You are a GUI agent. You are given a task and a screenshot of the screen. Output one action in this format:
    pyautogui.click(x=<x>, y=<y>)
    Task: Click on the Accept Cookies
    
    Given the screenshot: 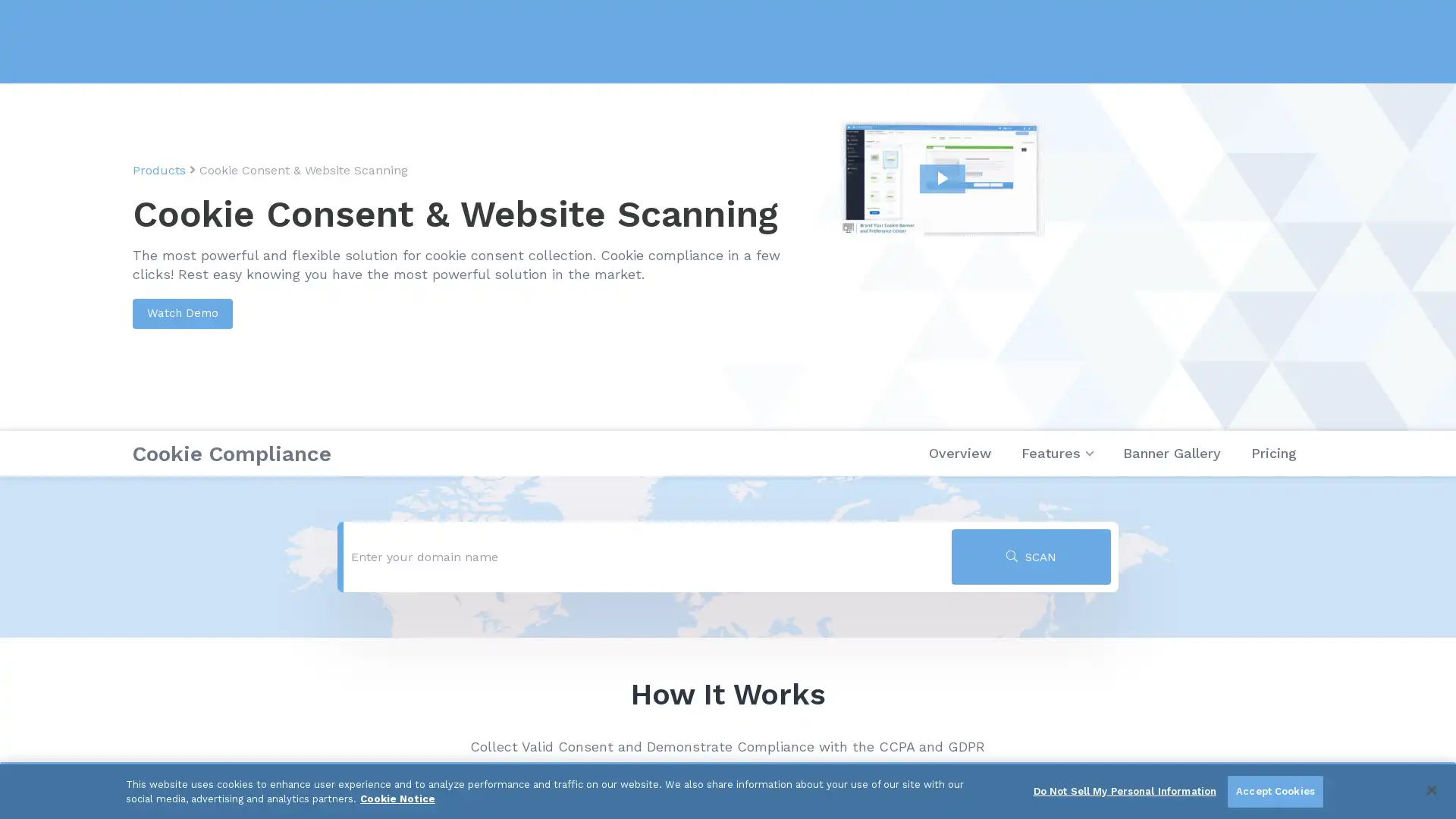 What is the action you would take?
    pyautogui.click(x=1274, y=791)
    